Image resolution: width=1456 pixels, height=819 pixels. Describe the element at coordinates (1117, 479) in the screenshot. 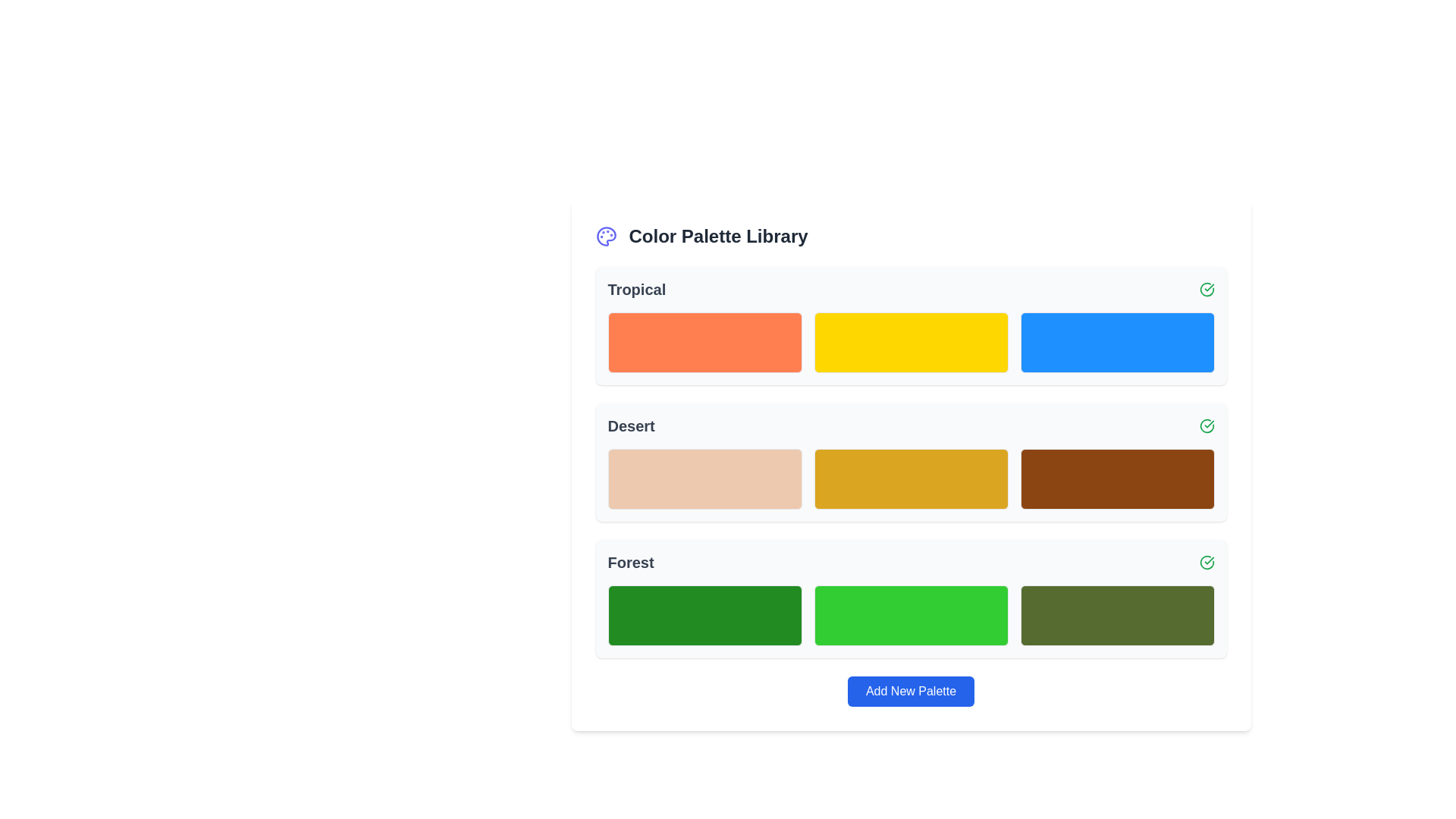

I see `the static rectangular color box representing a color in the 'Desert' section of the color palette` at that location.